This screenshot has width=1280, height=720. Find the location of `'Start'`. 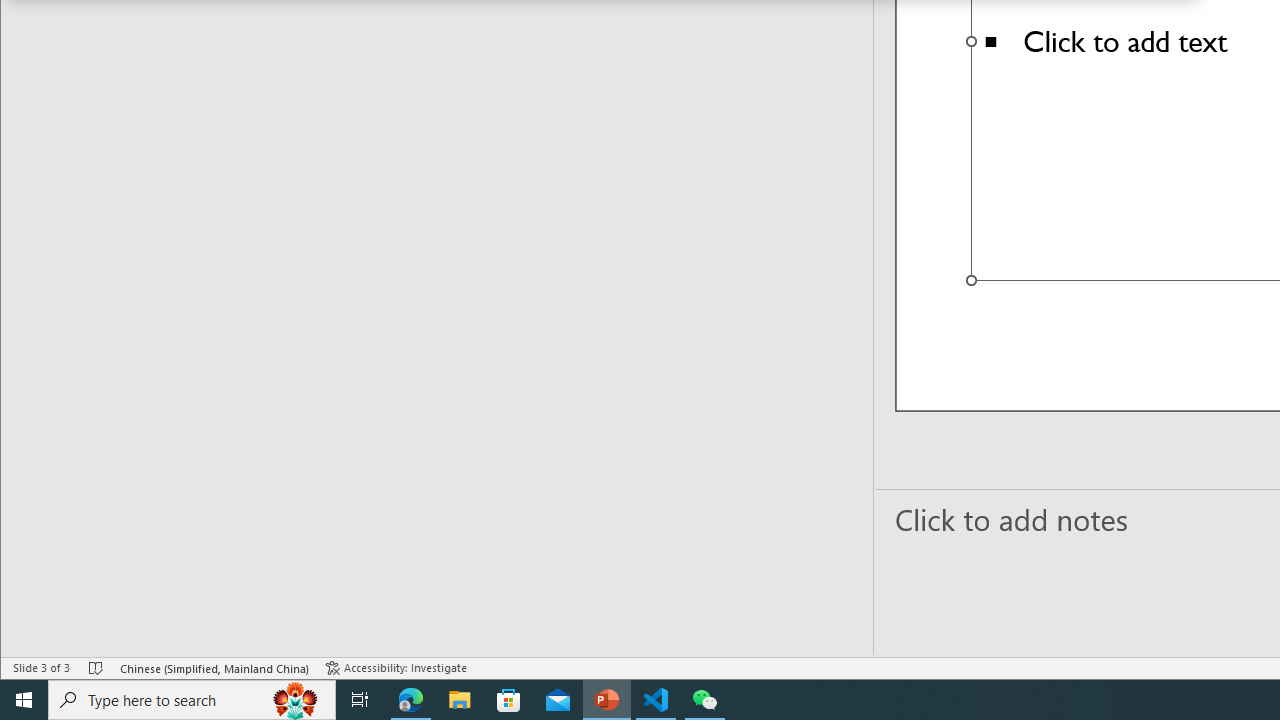

'Start' is located at coordinates (24, 698).